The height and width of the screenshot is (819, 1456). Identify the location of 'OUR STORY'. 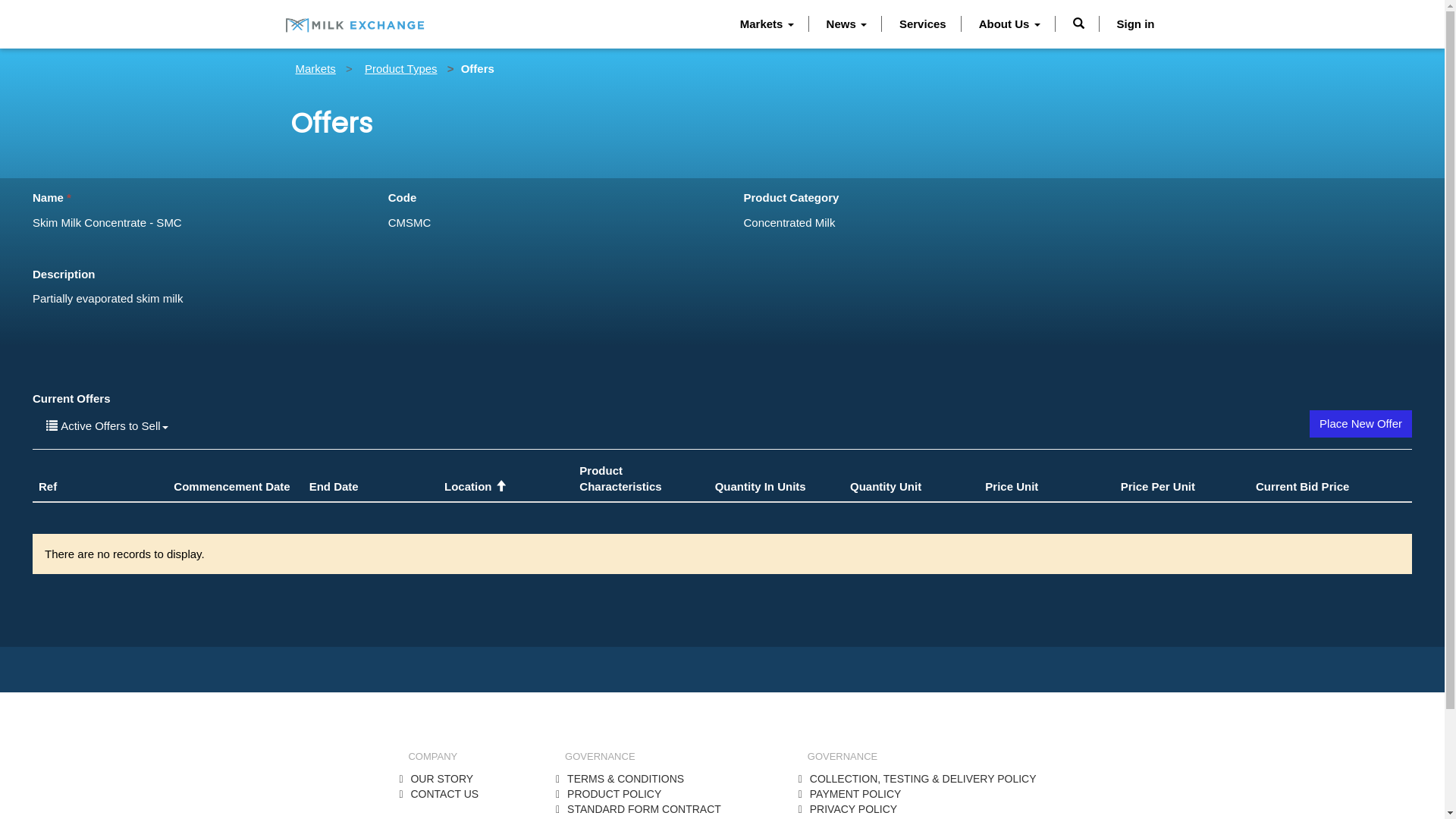
(441, 778).